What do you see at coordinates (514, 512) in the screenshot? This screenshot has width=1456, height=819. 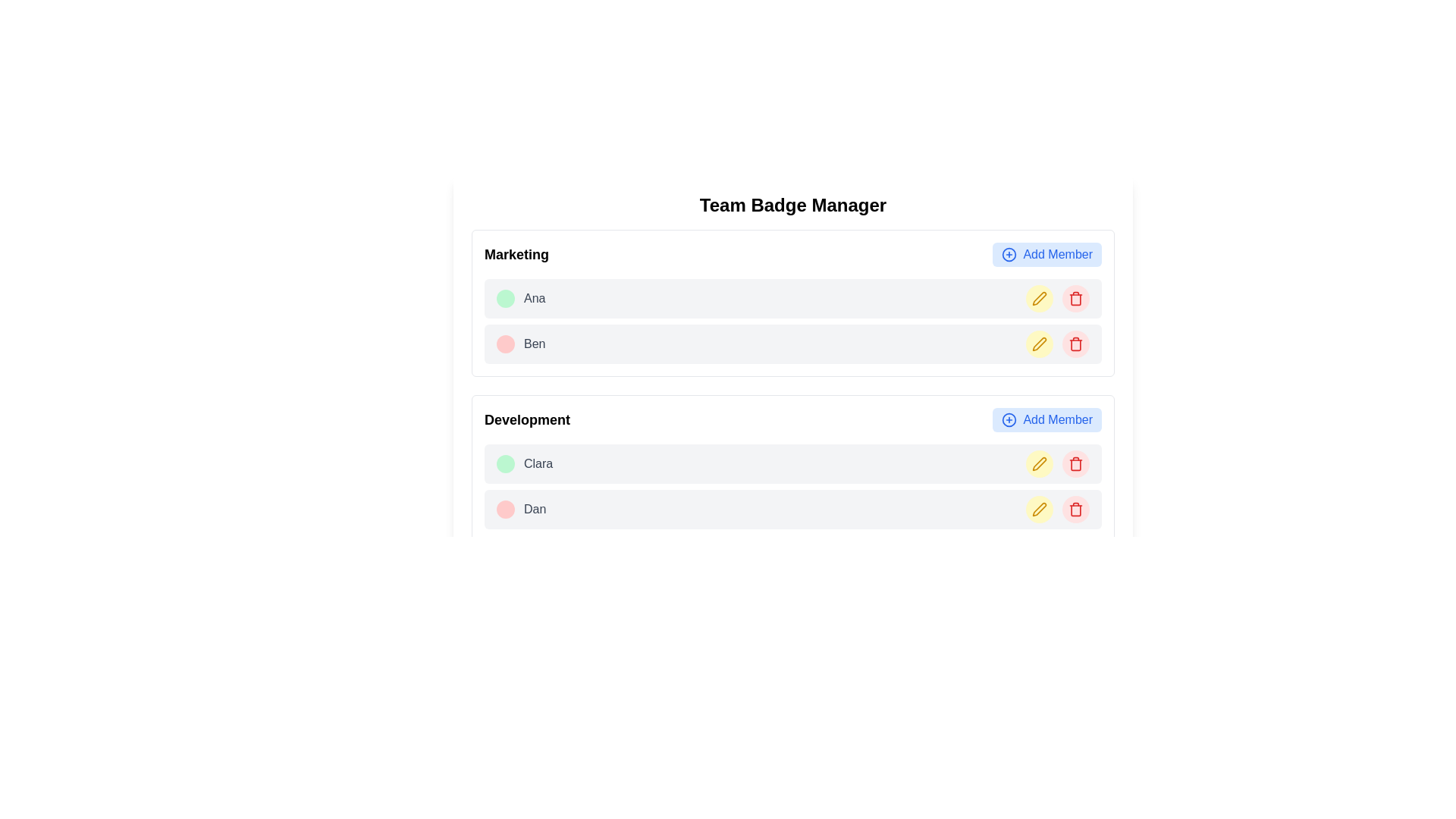 I see `the circular red badge located in the 'Development' section, to the left of the entry labeled 'Dan'` at bounding box center [514, 512].